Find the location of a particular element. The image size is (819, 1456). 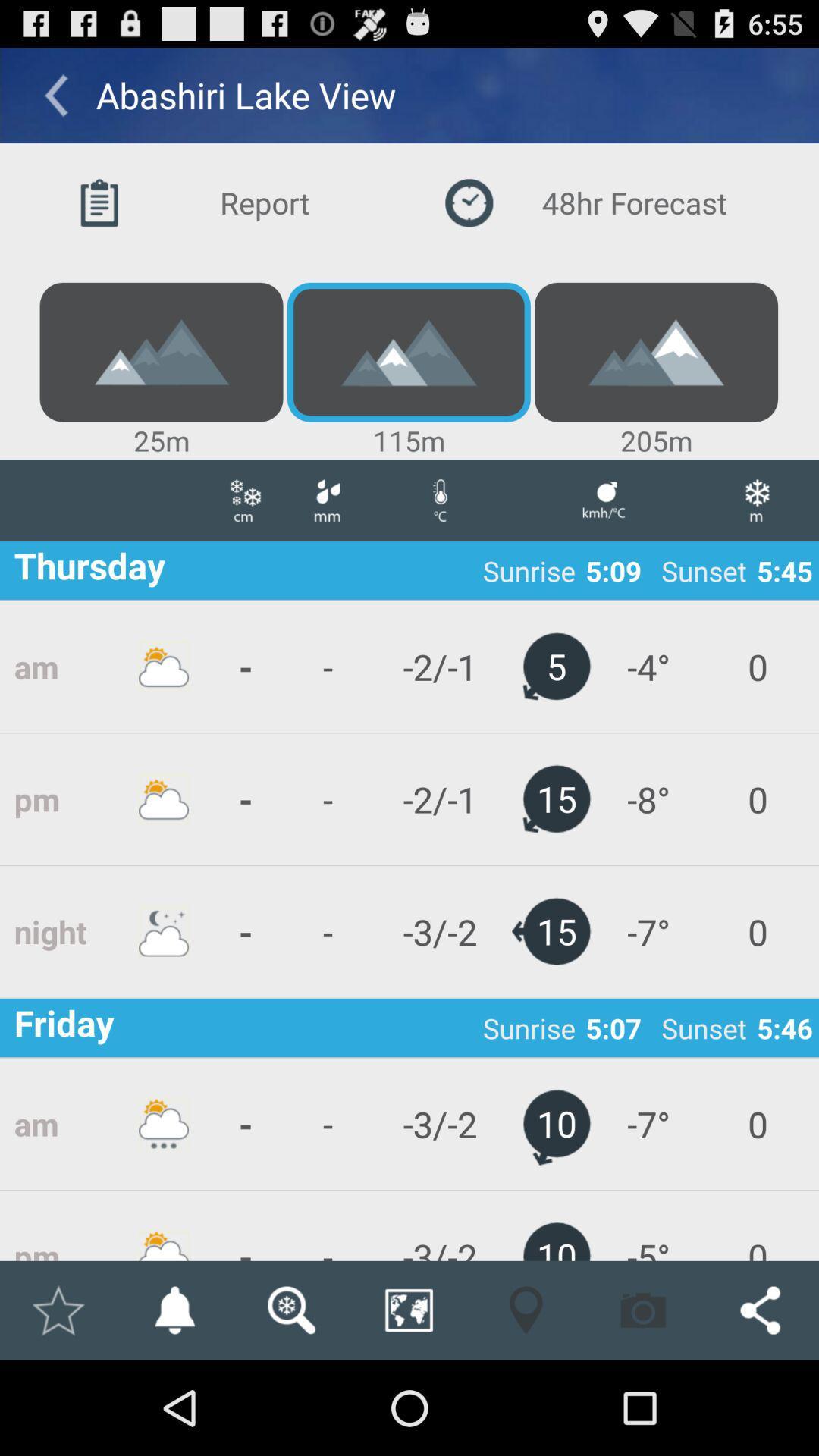

zoom in to the weather is located at coordinates (291, 1310).